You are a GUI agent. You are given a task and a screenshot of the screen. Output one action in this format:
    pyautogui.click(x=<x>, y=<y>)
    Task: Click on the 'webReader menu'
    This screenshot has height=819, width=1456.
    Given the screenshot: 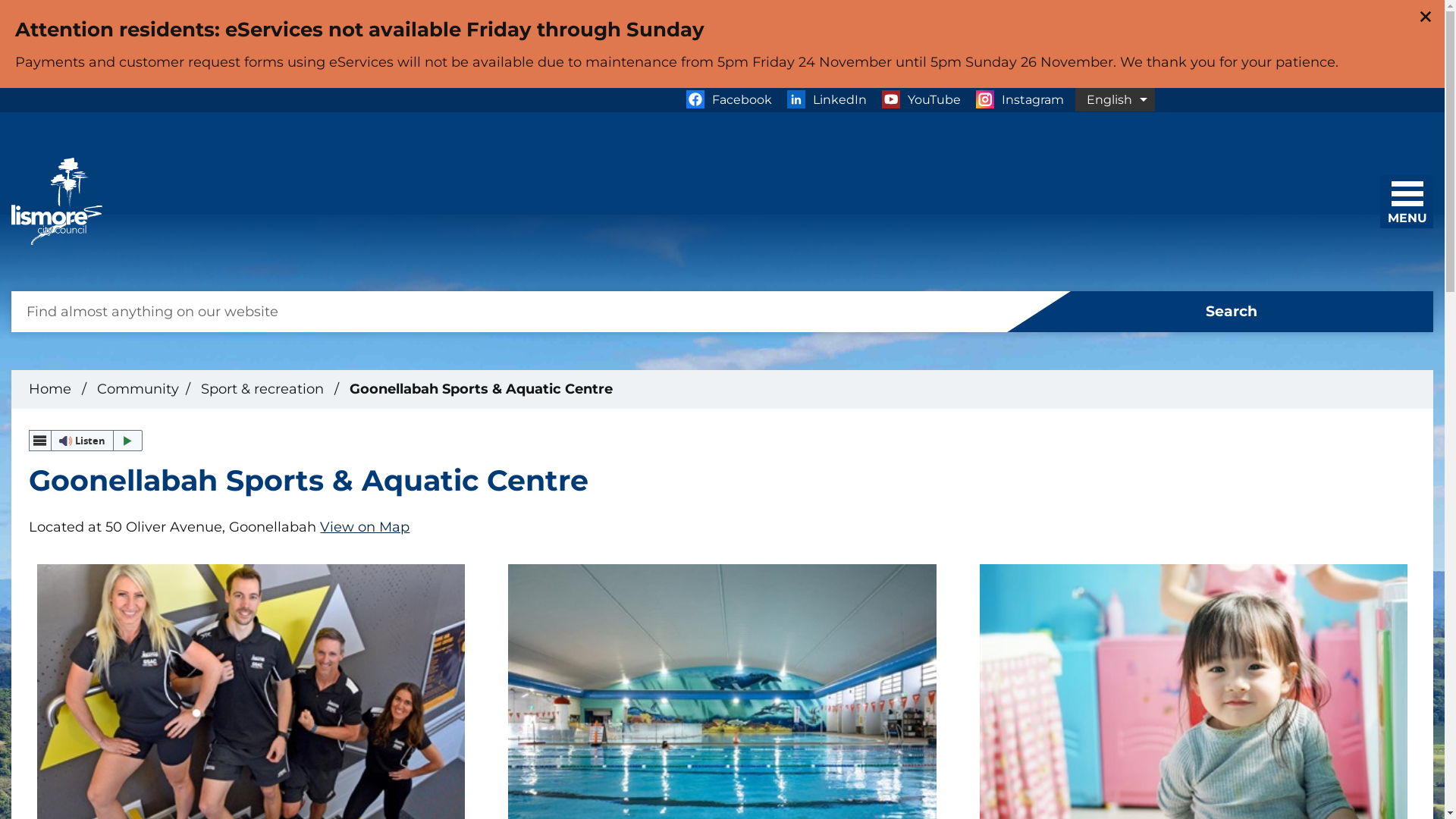 What is the action you would take?
    pyautogui.click(x=39, y=441)
    